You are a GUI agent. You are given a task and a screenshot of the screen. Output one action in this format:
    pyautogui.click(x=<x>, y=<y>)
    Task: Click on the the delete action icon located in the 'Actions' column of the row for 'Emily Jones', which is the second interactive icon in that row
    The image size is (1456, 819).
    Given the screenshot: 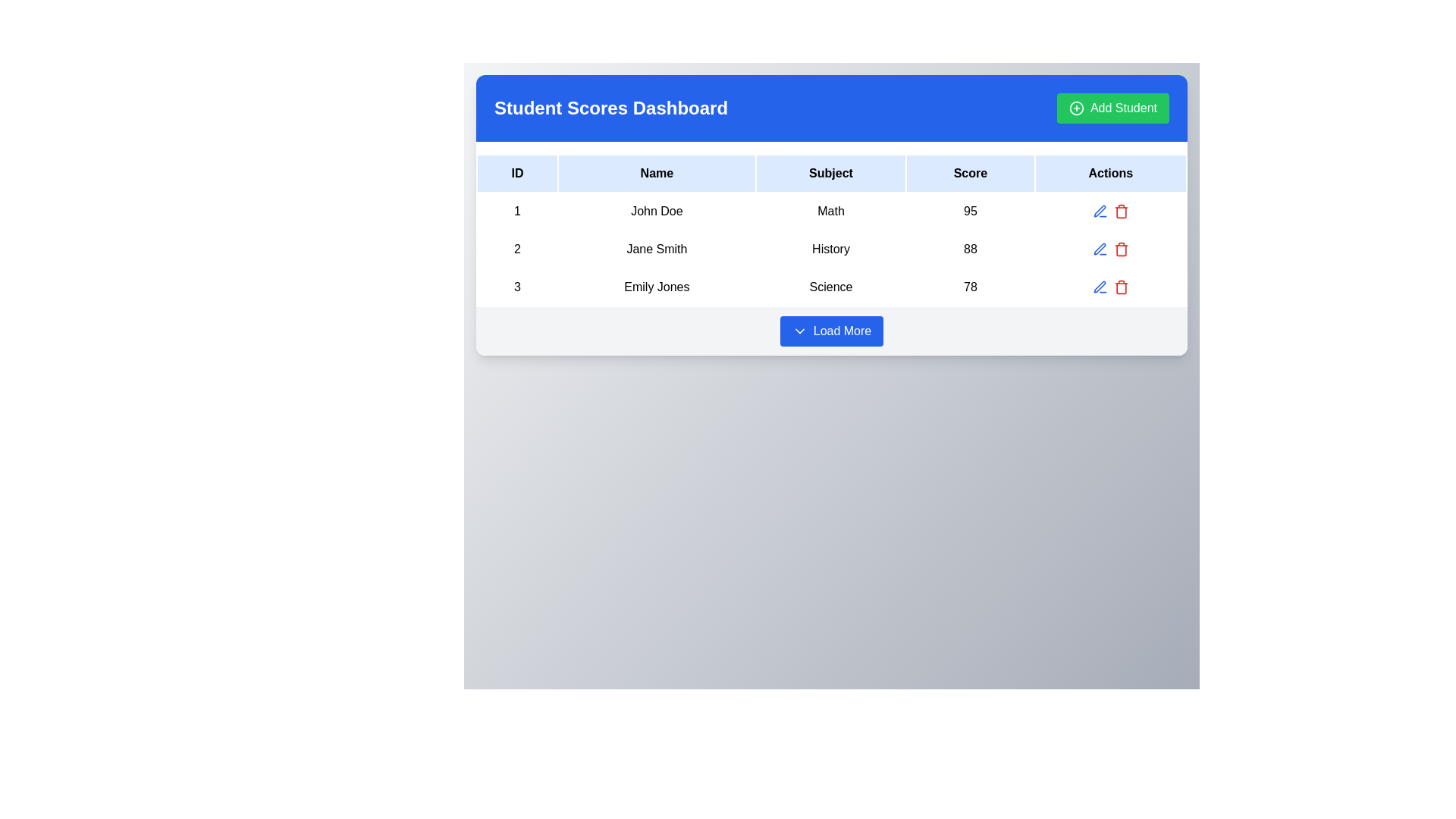 What is the action you would take?
    pyautogui.click(x=1121, y=211)
    